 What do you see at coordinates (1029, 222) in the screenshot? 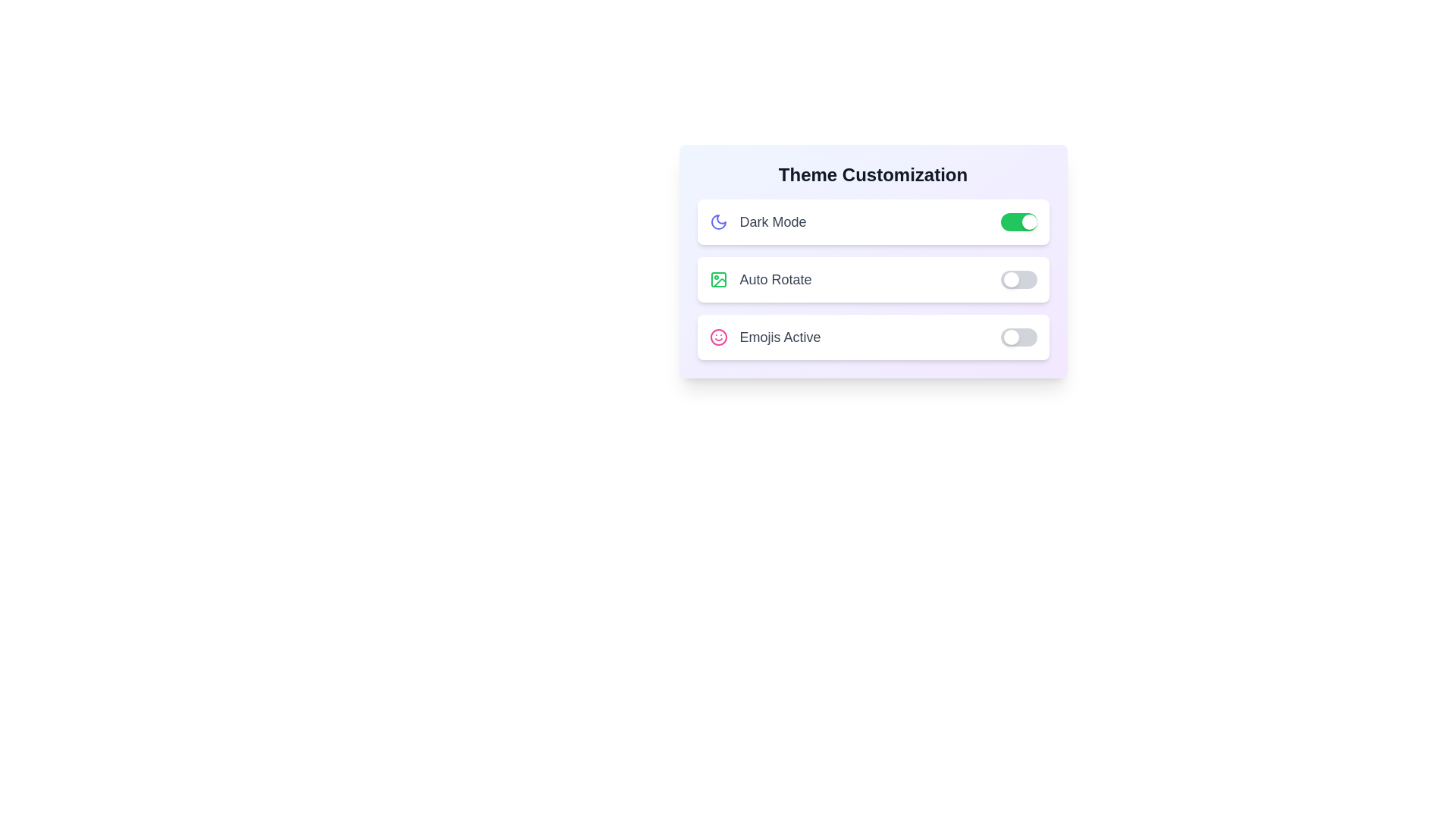
I see `the active toggle switch handle for 'Dark Mode' located at the far right of the green background to change its state` at bounding box center [1029, 222].